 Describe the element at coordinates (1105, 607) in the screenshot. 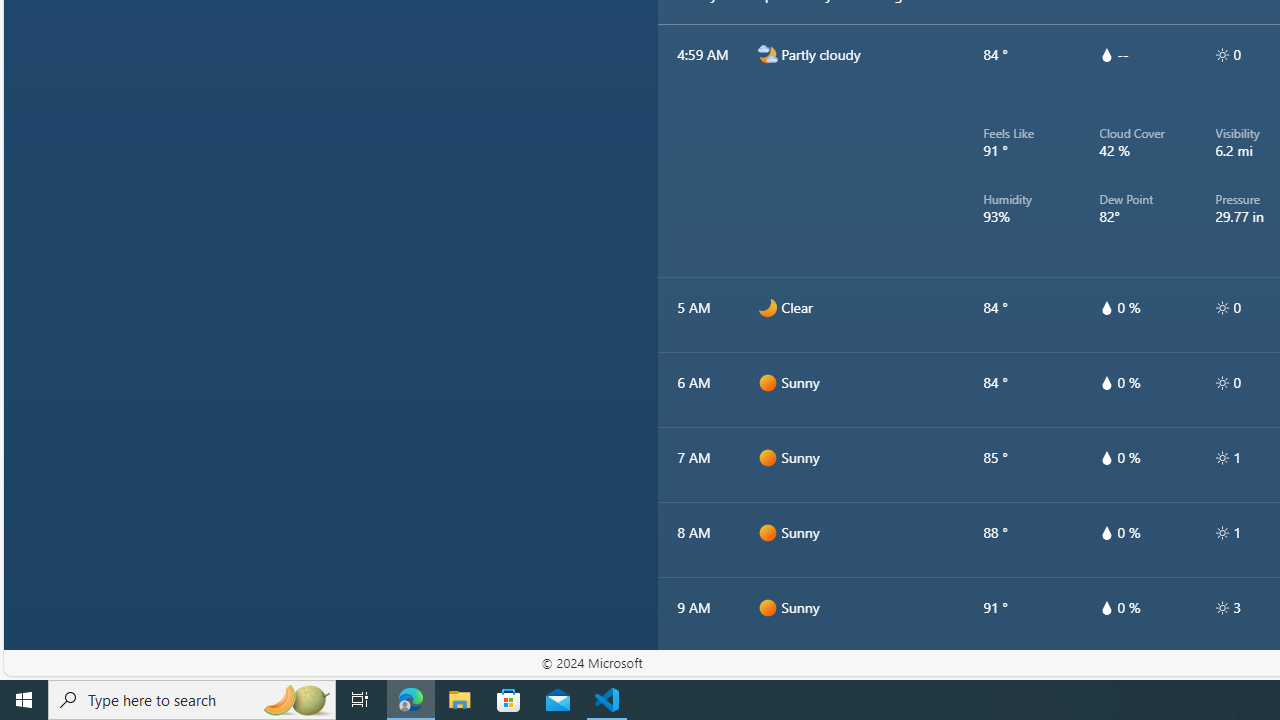

I see `'hourlyTable/drop'` at that location.